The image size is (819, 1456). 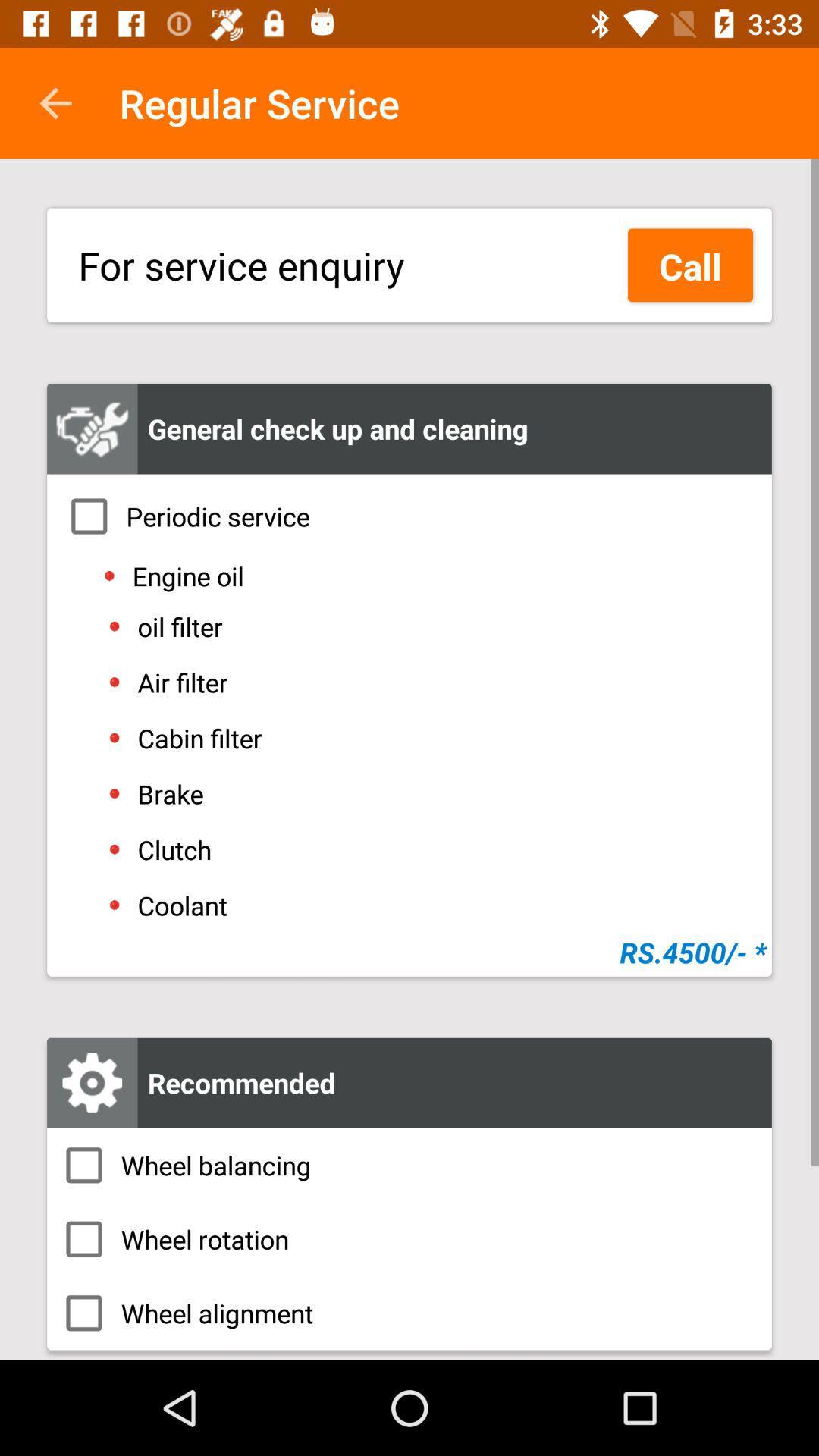 What do you see at coordinates (409, 1312) in the screenshot?
I see `wheel alignment` at bounding box center [409, 1312].